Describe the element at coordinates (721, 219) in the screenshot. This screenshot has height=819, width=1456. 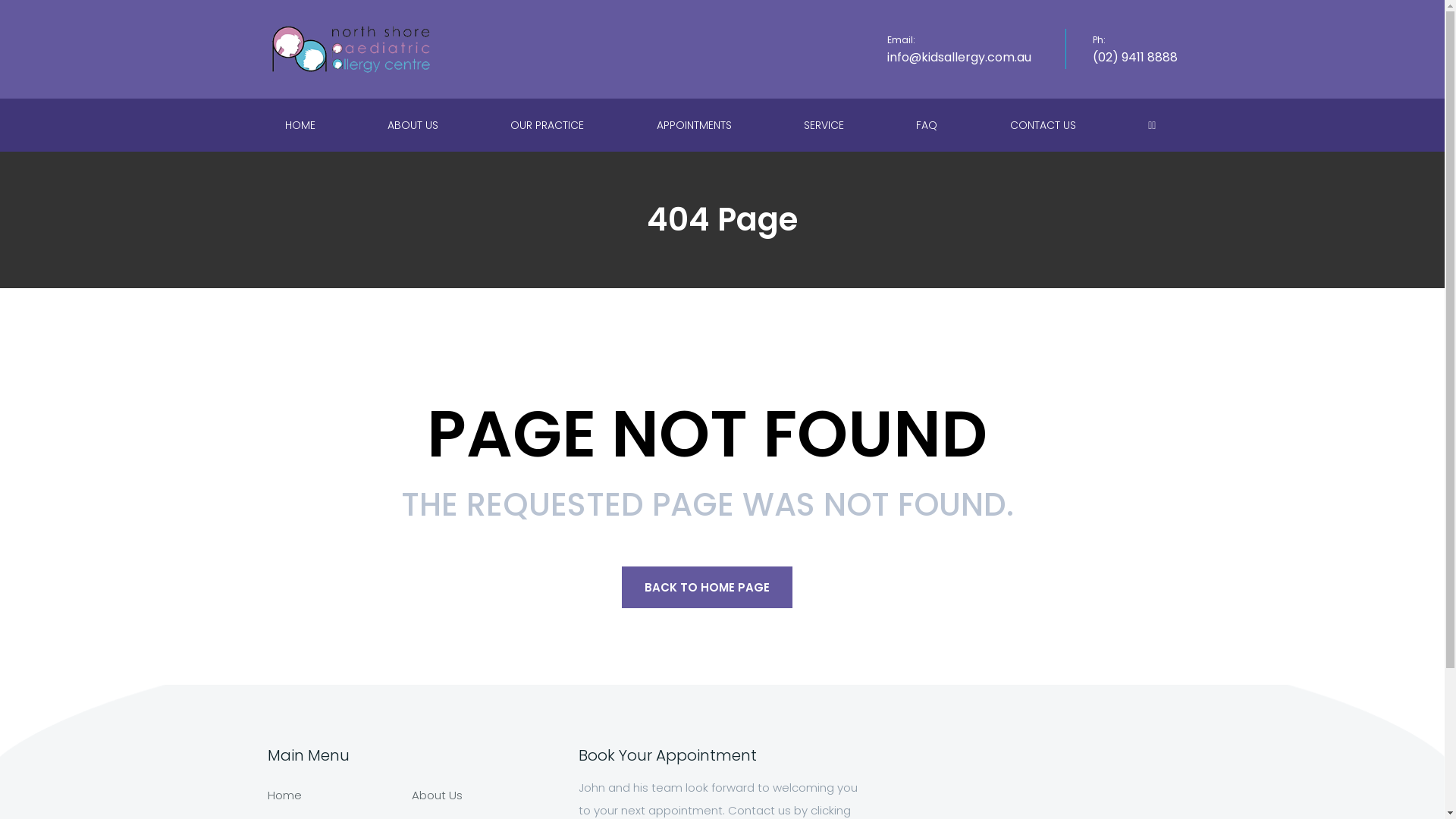
I see `'404 Page'` at that location.